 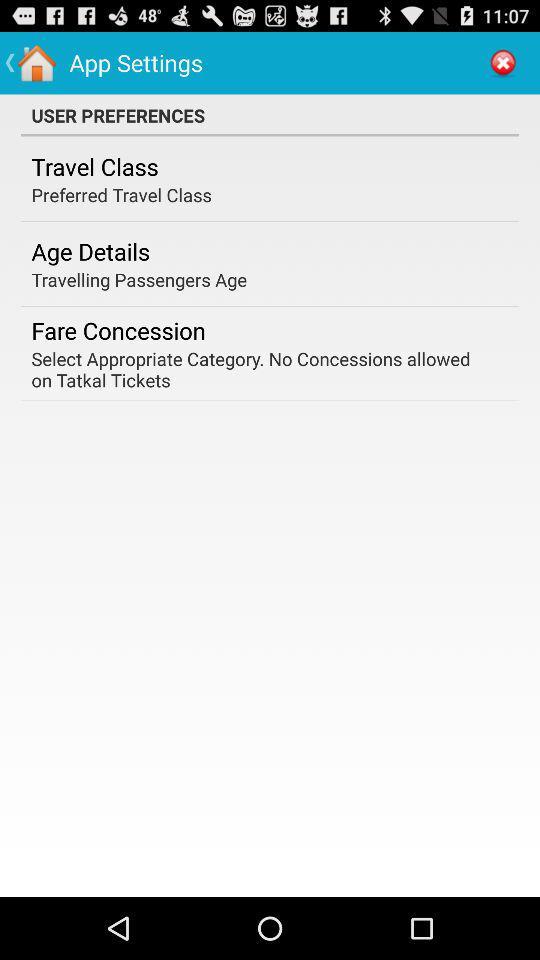 I want to click on the item next to  app settings app, so click(x=502, y=62).